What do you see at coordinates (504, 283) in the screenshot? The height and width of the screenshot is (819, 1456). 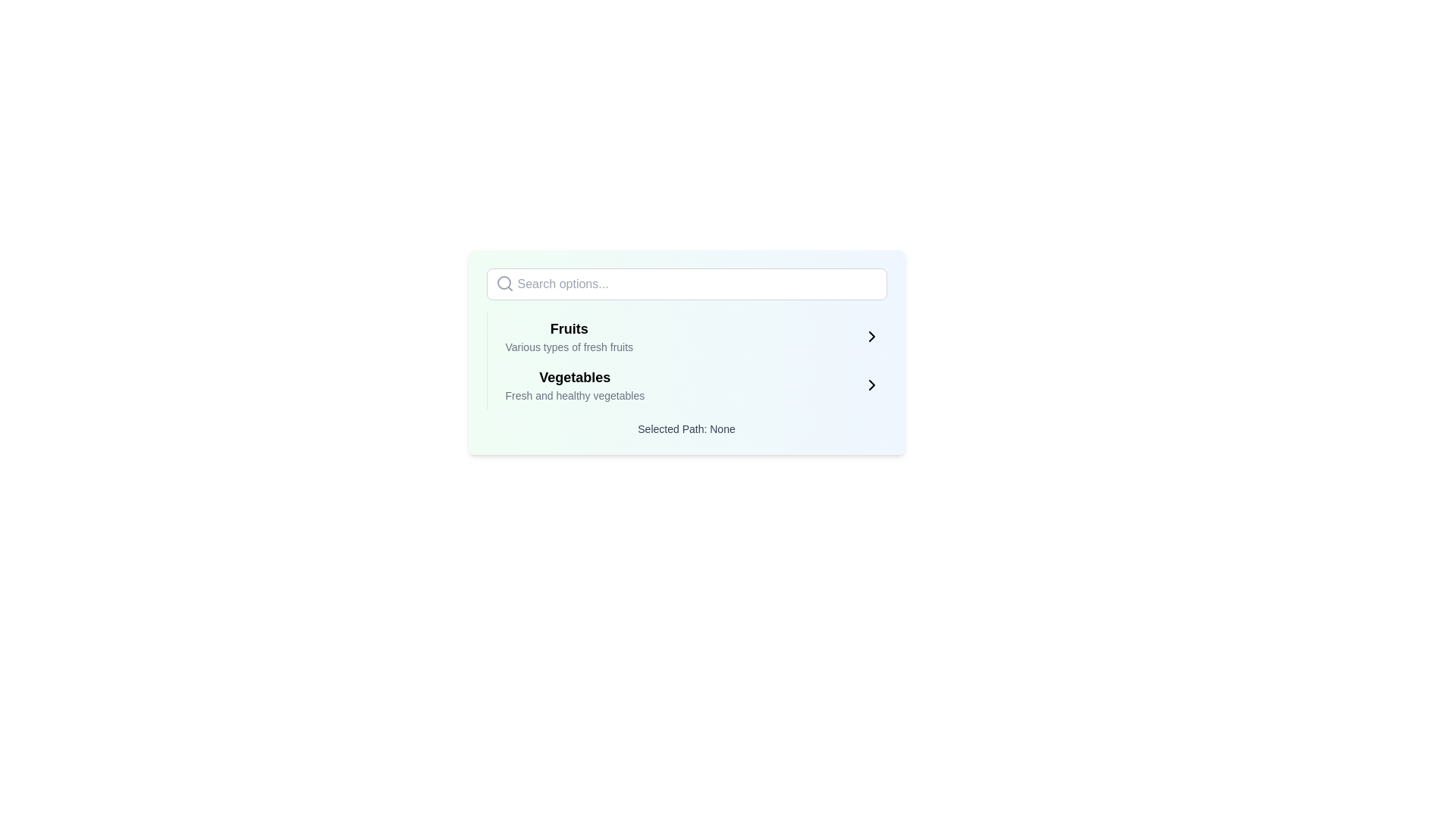 I see `the circular portion of the magnifying glass icon located next to the search input field` at bounding box center [504, 283].